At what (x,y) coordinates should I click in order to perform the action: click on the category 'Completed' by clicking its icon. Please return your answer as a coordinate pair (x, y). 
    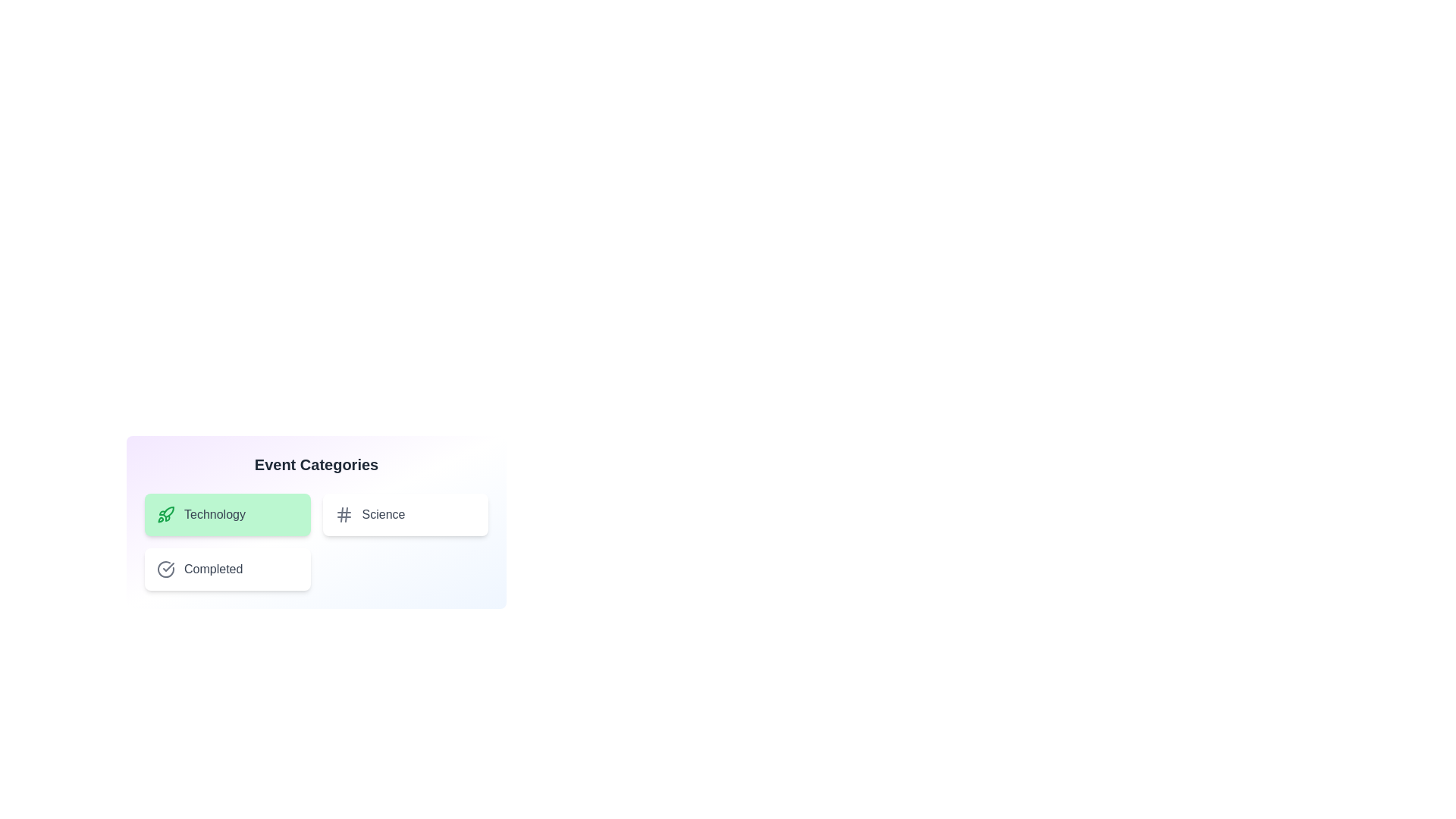
    Looking at the image, I should click on (166, 570).